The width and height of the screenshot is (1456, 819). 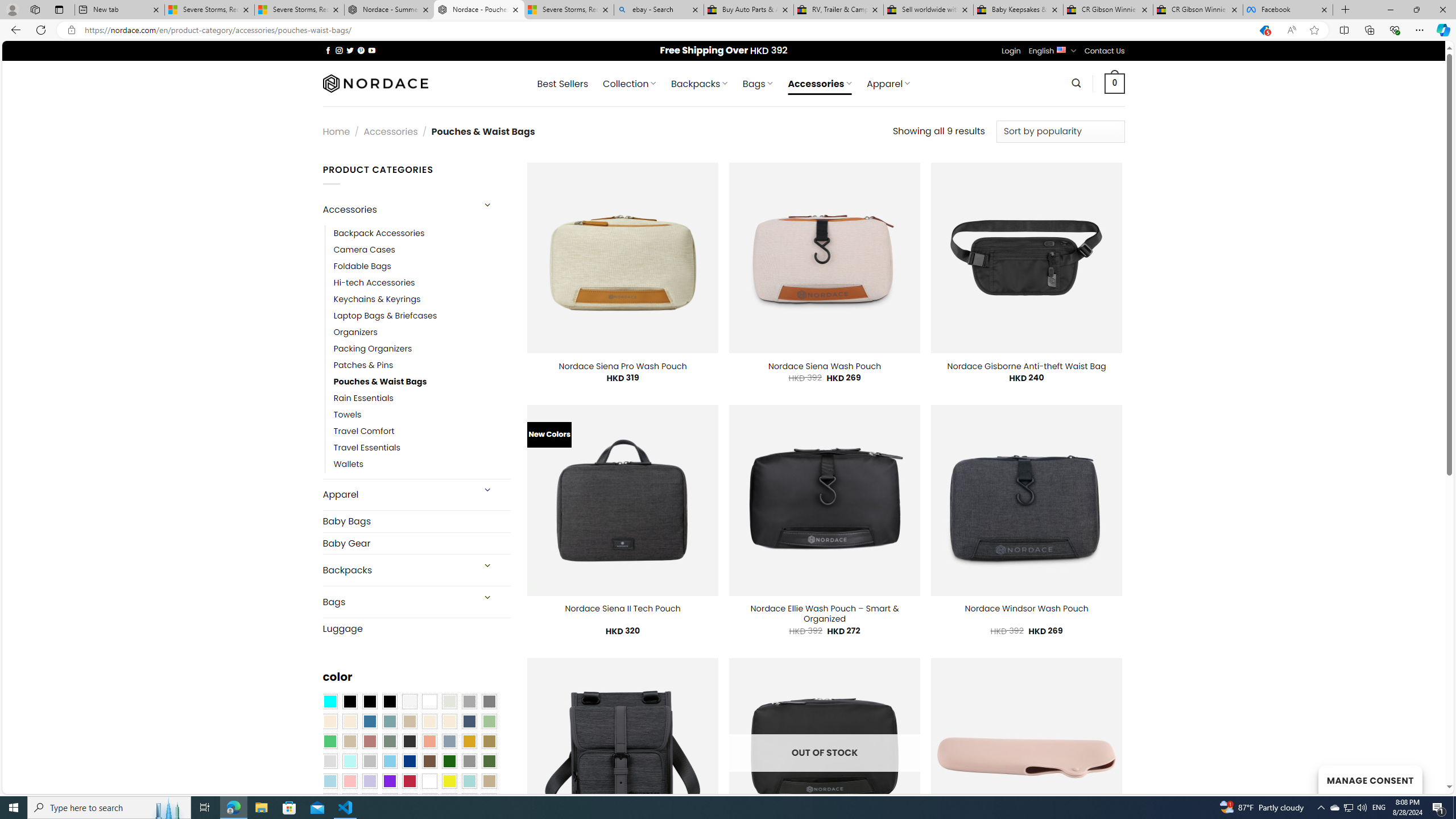 What do you see at coordinates (421, 299) in the screenshot?
I see `'Keychains & Keyrings'` at bounding box center [421, 299].